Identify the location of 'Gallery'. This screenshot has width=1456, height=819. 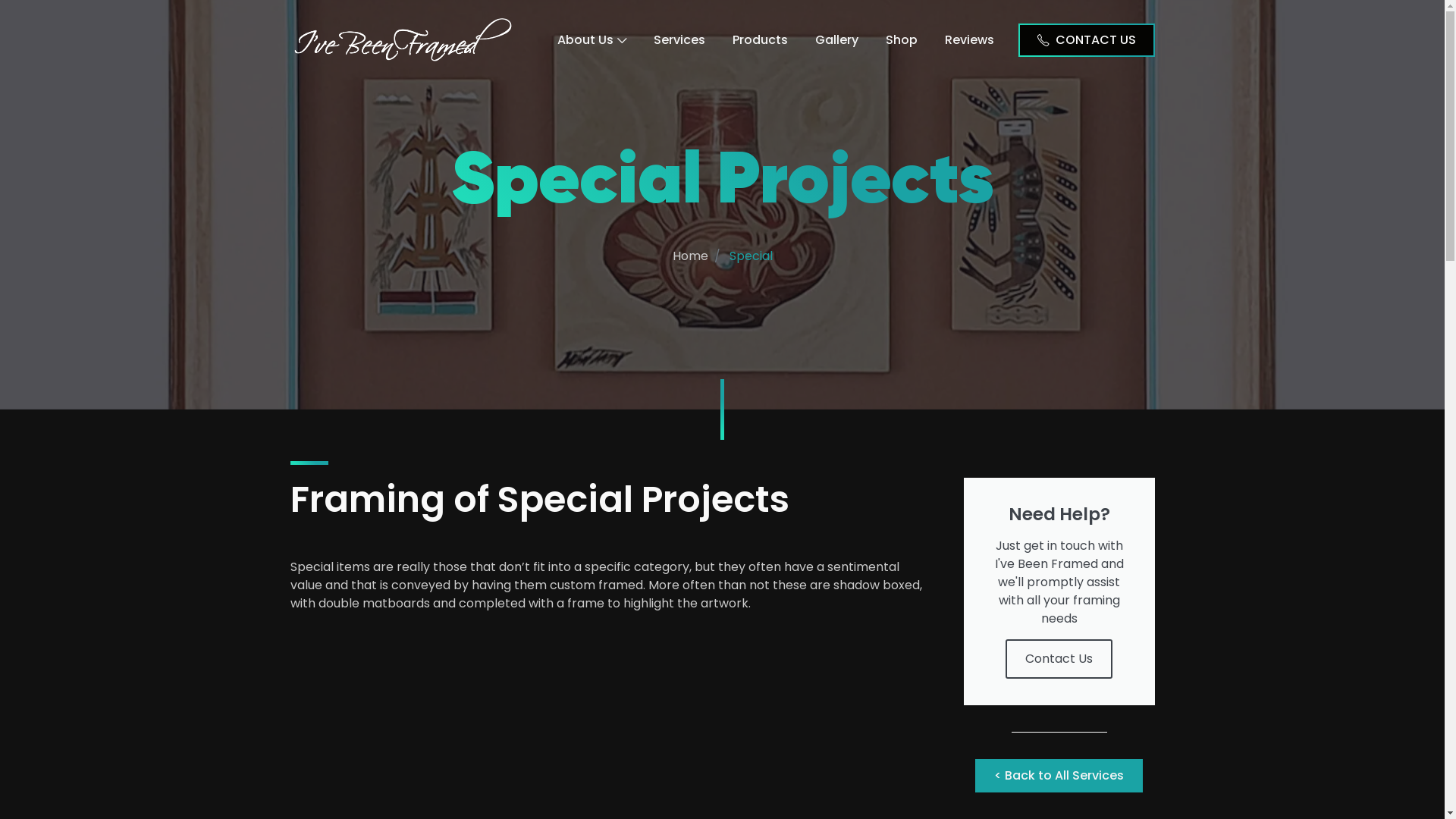
(835, 38).